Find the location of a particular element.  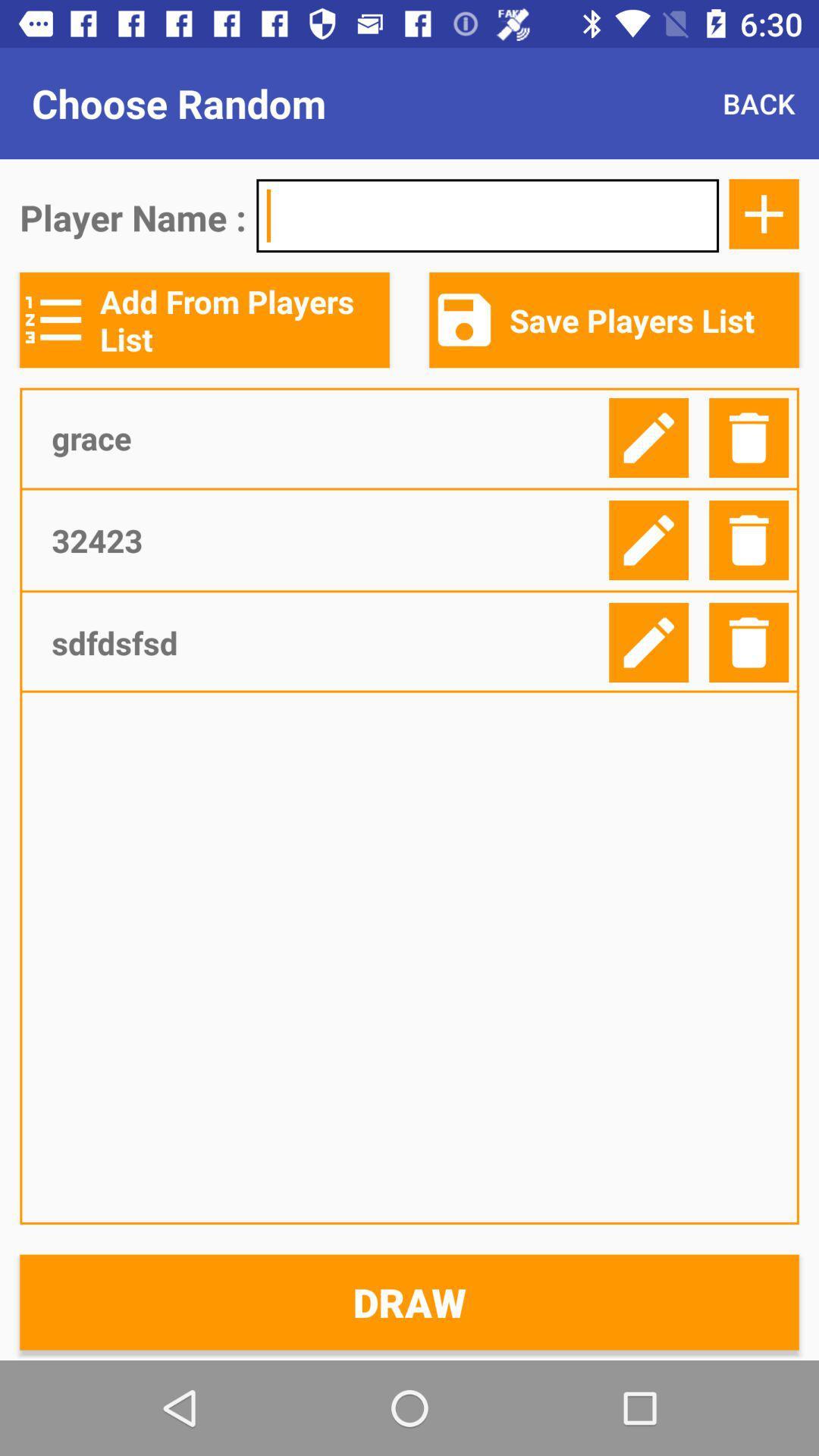

edit it is located at coordinates (648, 540).